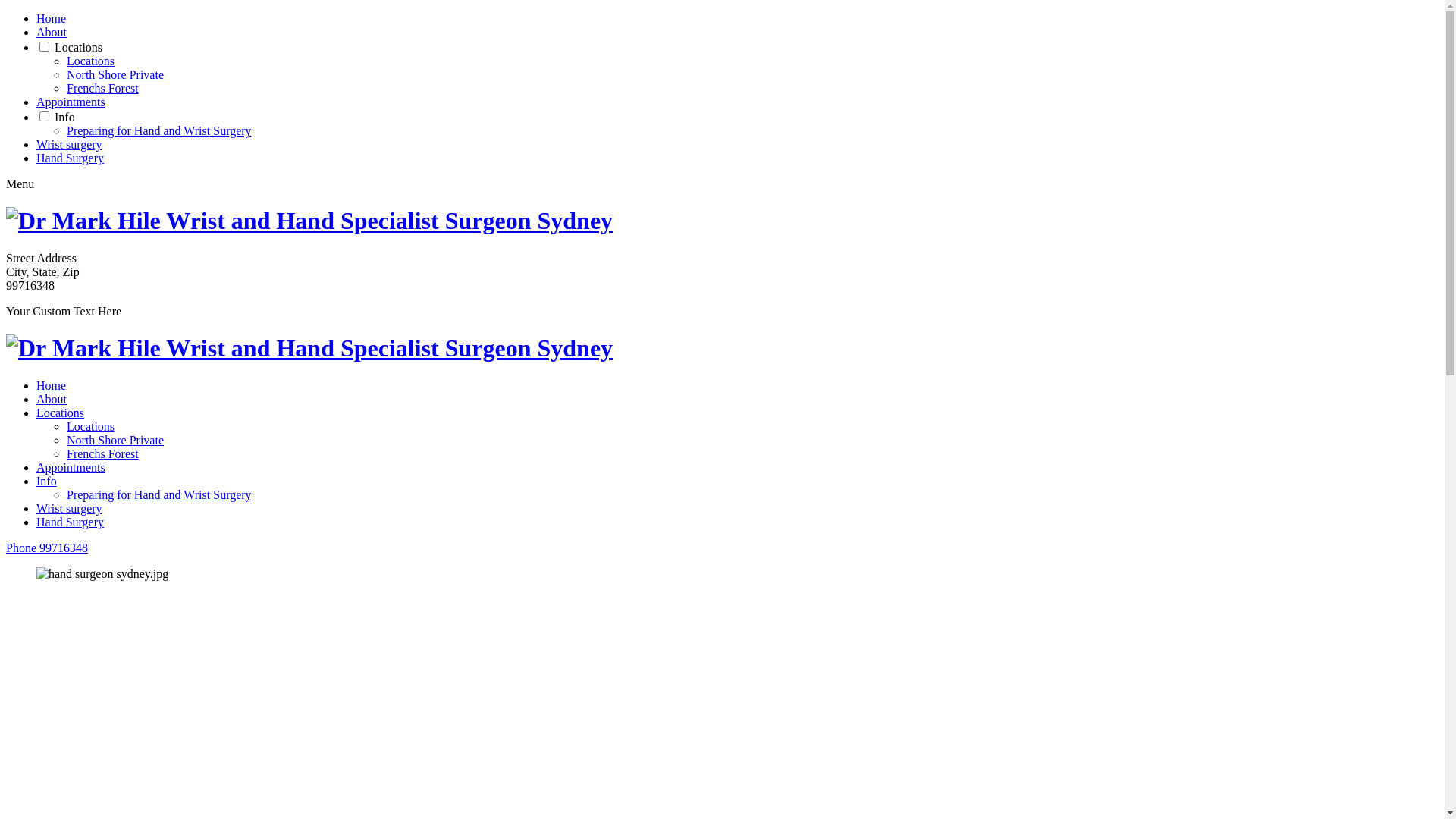  Describe the element at coordinates (47, 548) in the screenshot. I see `'Phone 99716348'` at that location.